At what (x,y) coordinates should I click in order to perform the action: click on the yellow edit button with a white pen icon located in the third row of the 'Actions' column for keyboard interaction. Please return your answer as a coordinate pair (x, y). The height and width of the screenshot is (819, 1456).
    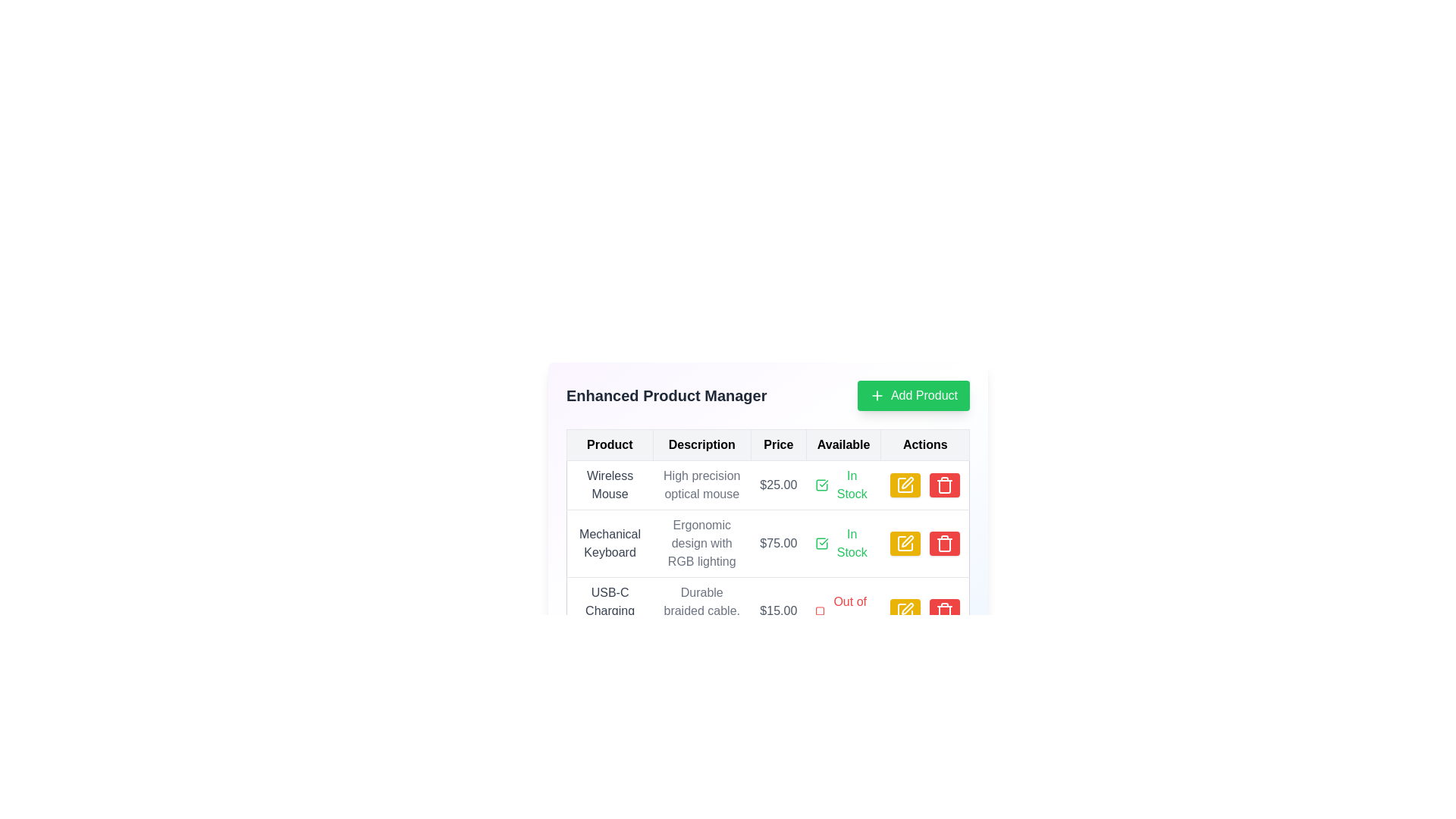
    Looking at the image, I should click on (905, 485).